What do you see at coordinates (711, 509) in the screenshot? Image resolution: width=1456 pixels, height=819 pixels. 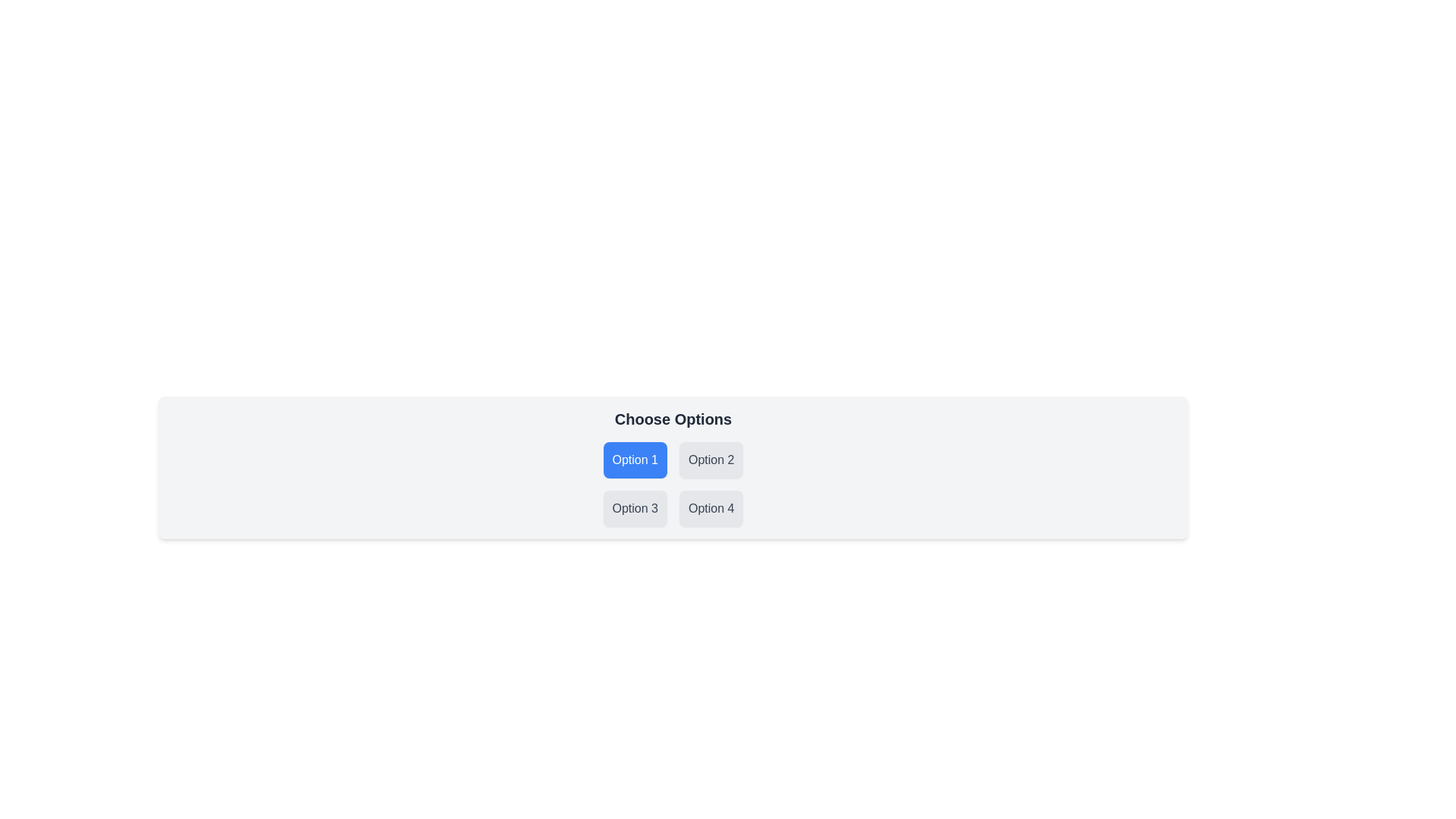 I see `the 'Option 4' button located in the bottom-right cell of the 2x2 grid` at bounding box center [711, 509].